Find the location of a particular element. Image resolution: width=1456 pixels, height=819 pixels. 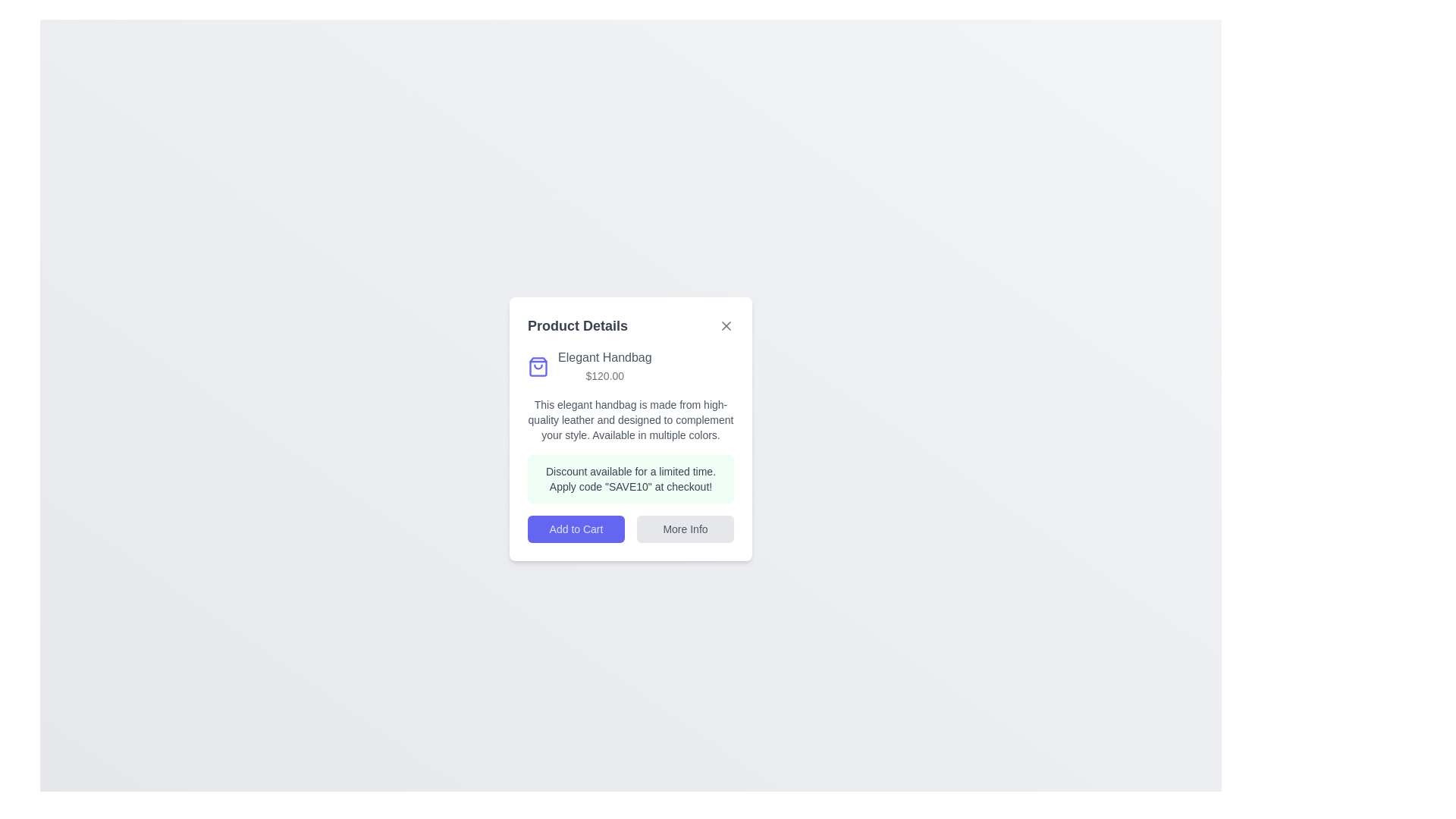

the static text element displaying the discount offer 'SAVE10' on a light green background, located in the middle of the modal interface is located at coordinates (630, 479).